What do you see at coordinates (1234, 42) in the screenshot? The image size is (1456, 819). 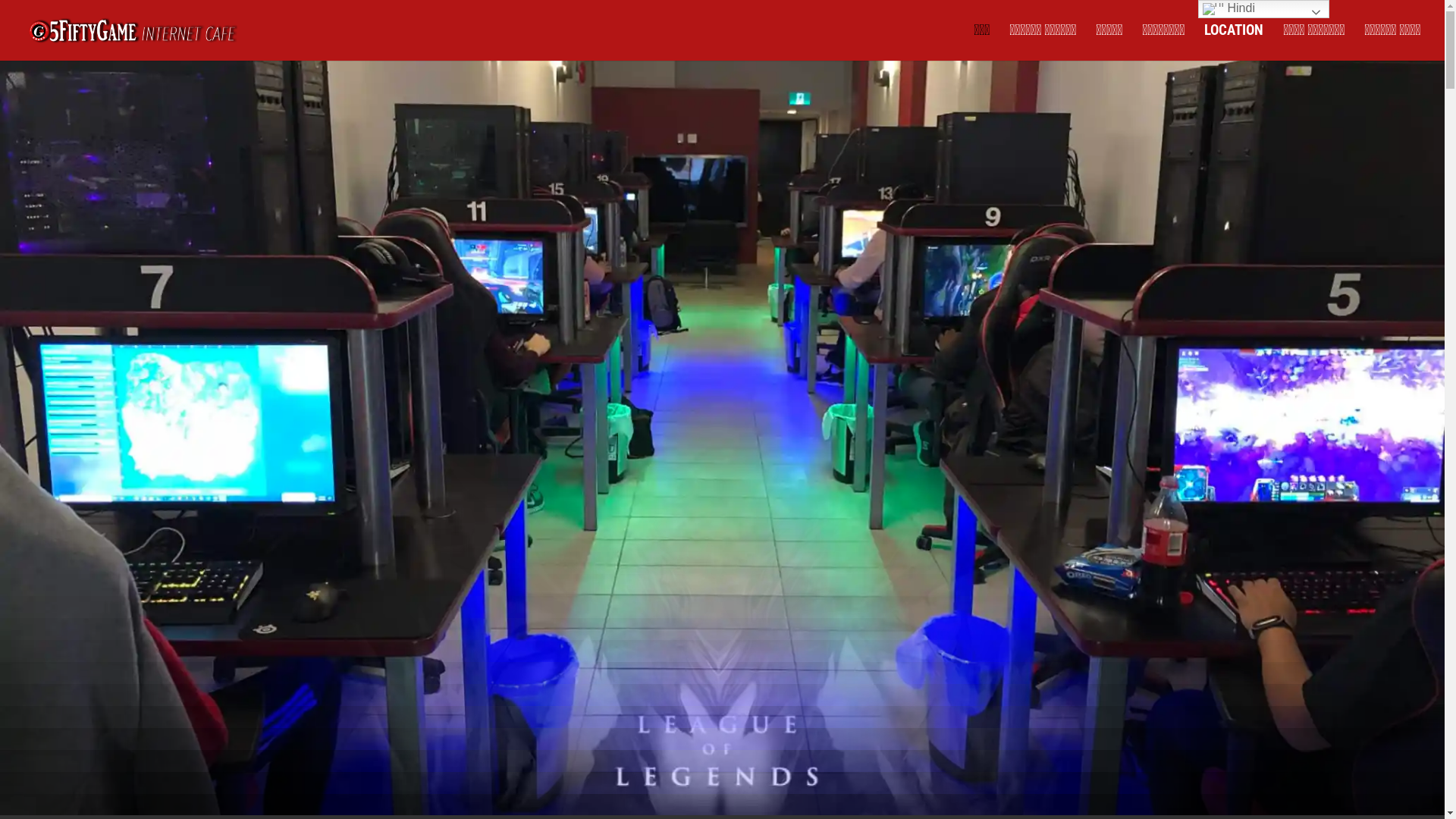 I see `'LOCATION'` at bounding box center [1234, 42].